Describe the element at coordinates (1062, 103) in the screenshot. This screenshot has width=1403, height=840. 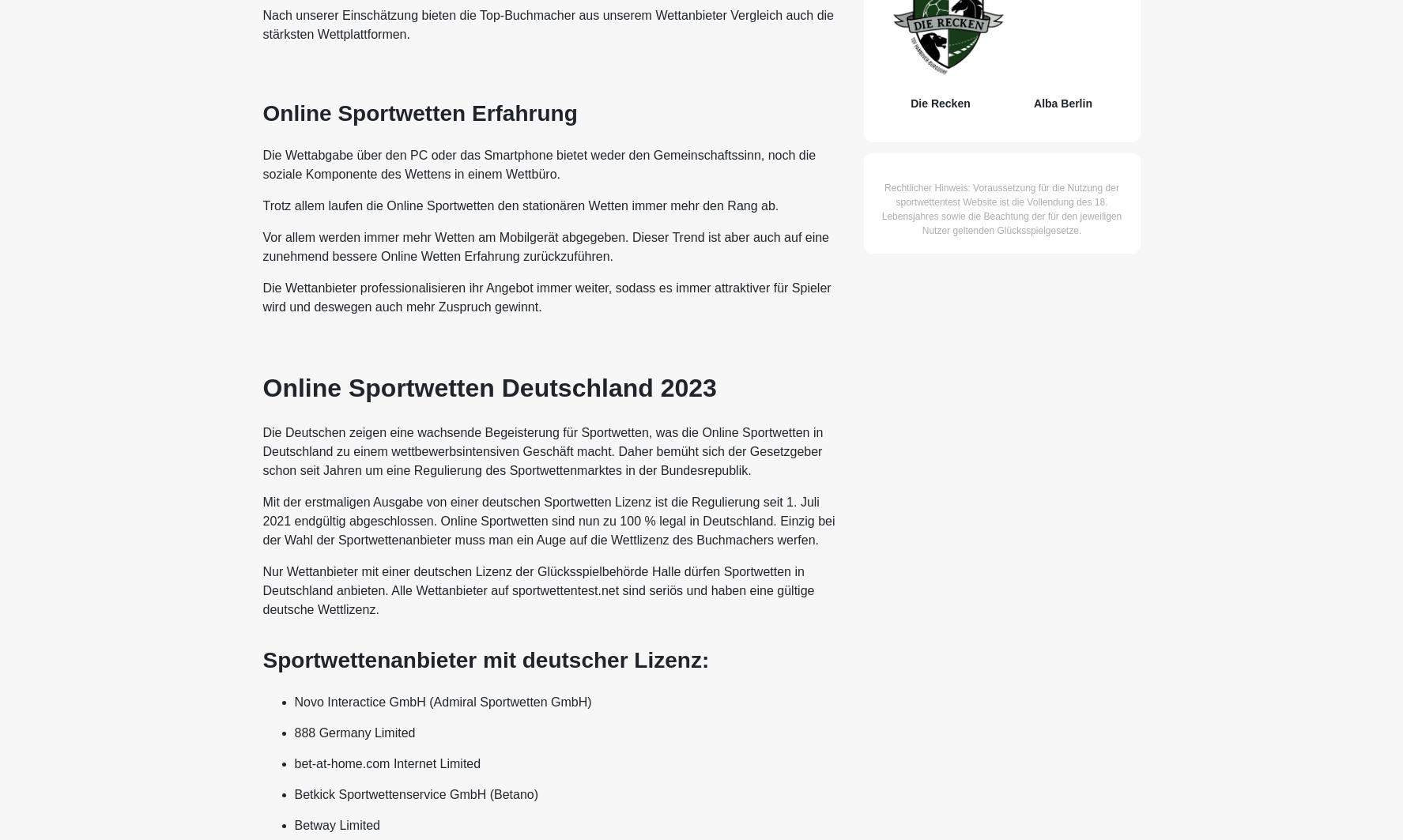
I see `'Alba Berlin'` at that location.